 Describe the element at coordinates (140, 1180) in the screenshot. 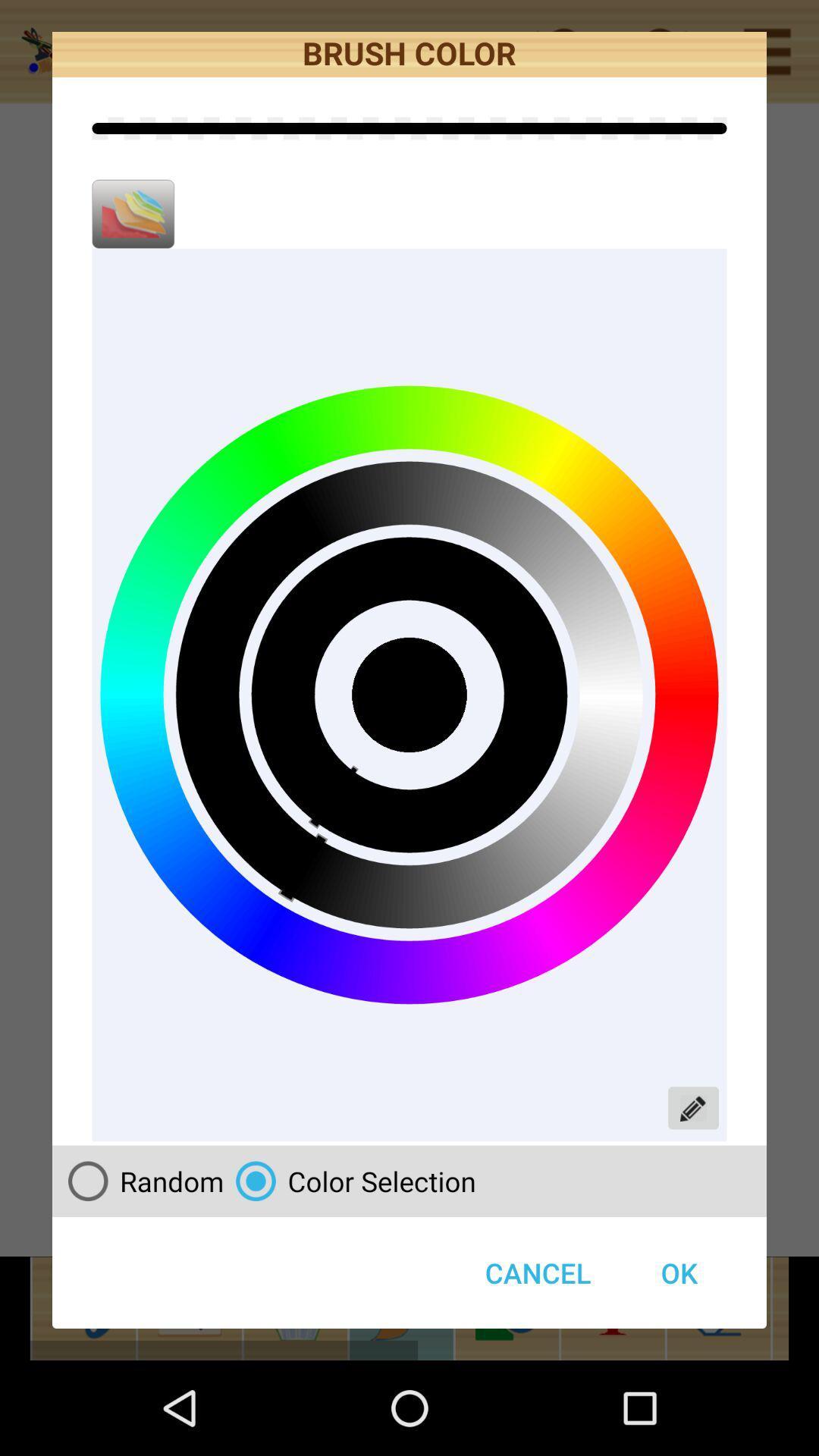

I see `icon next to the color selection item` at that location.